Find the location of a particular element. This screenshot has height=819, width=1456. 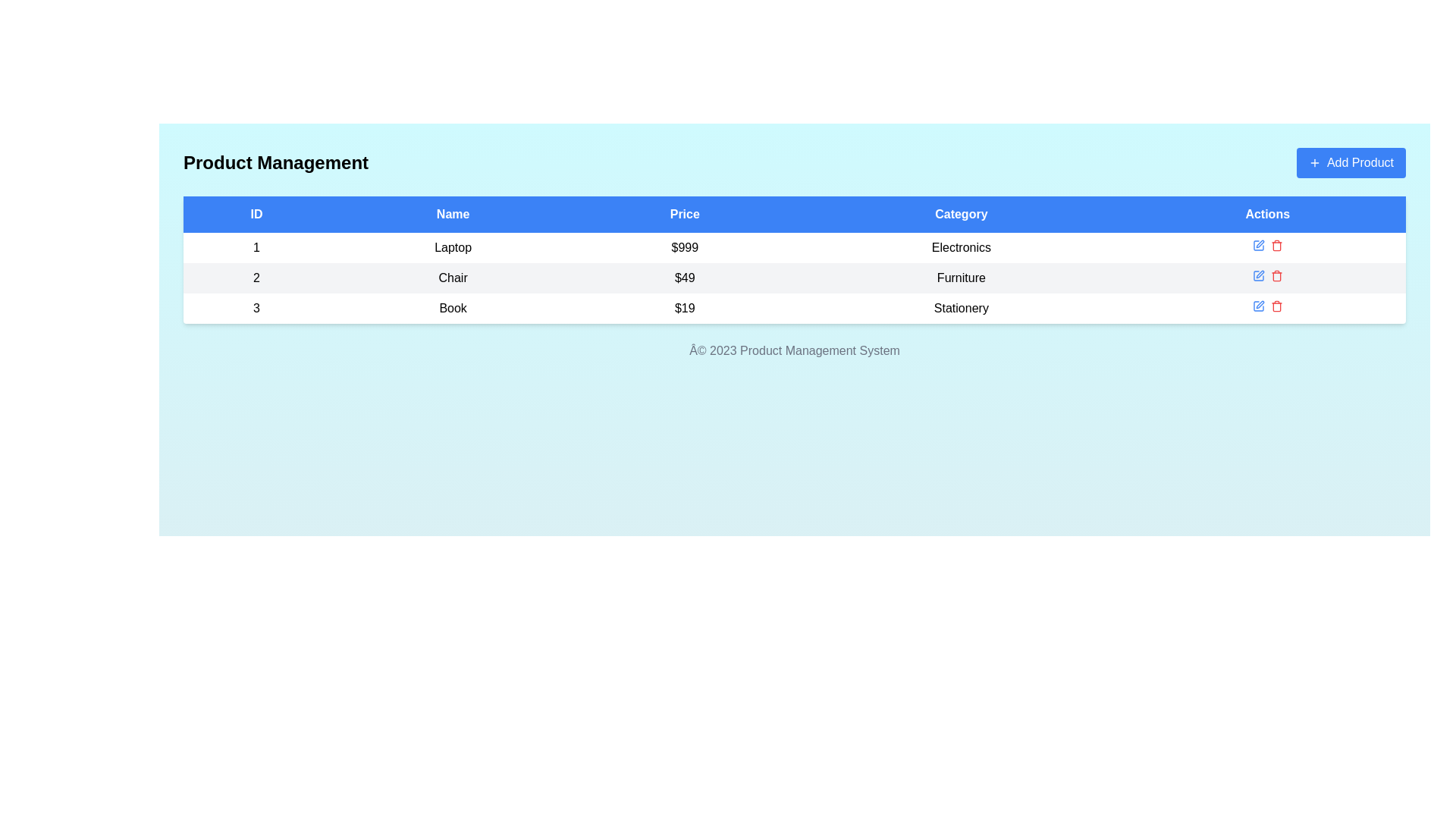

the third row in the 'Product Management' table that displays details about the product with ID 3 is located at coordinates (793, 308).